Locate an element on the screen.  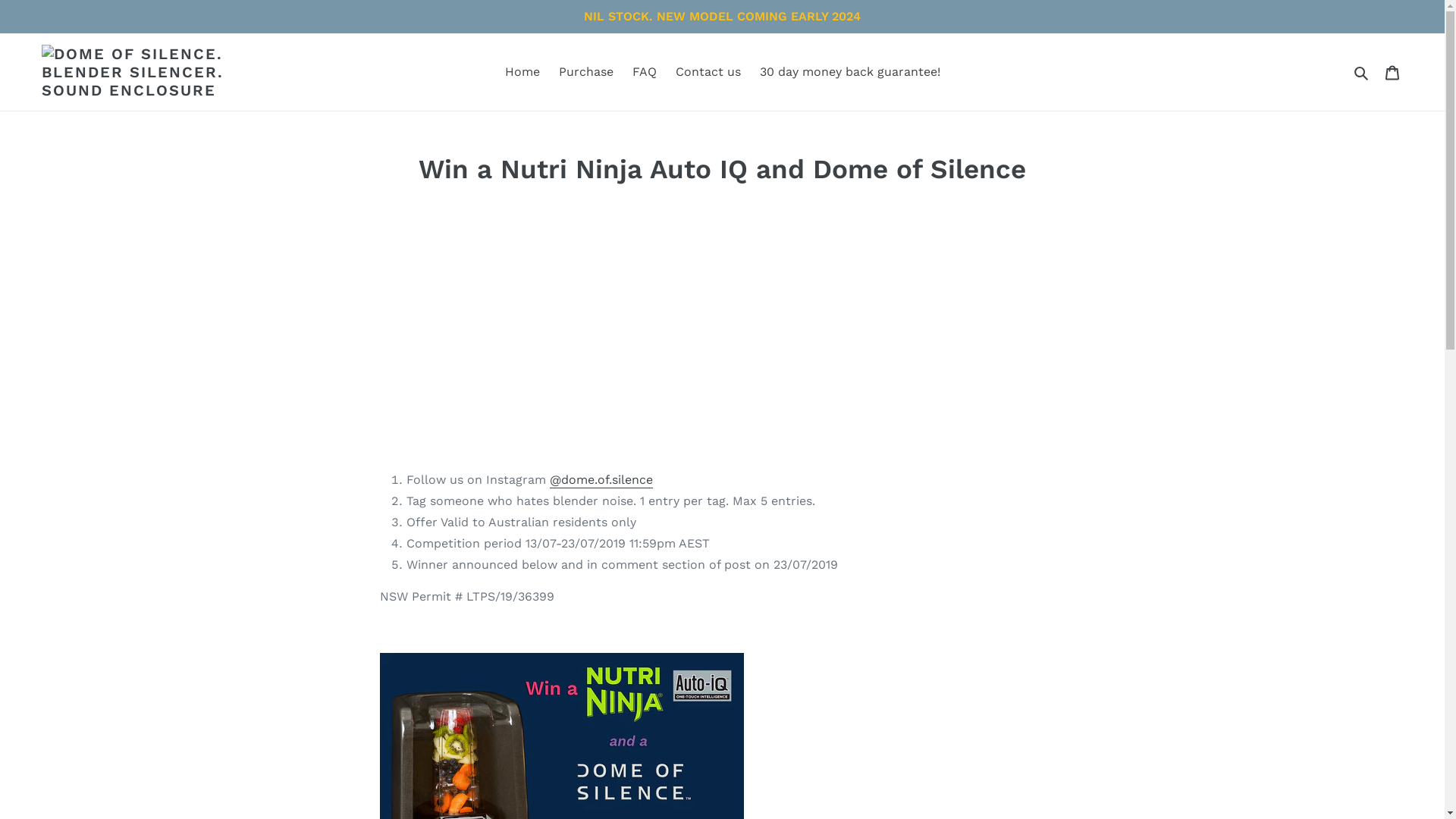
'FAQ' is located at coordinates (644, 72).